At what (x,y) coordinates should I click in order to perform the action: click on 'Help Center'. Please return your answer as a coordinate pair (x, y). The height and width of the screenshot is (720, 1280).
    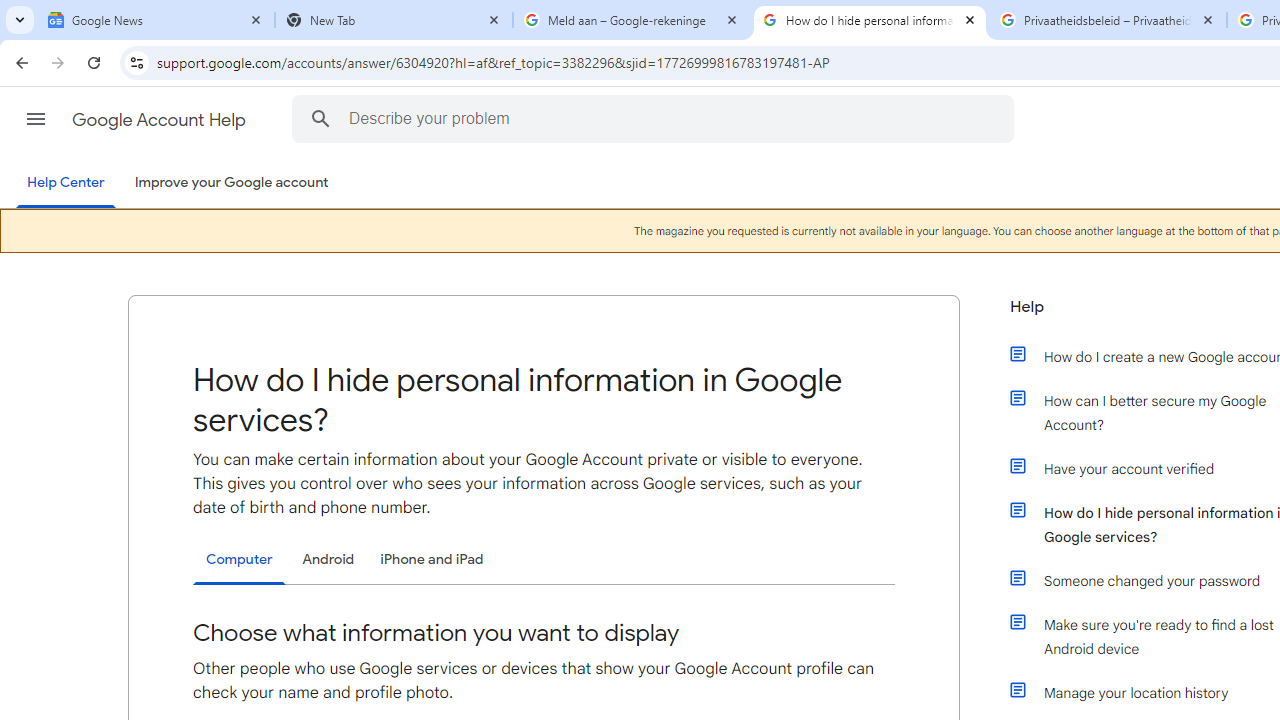
    Looking at the image, I should click on (65, 183).